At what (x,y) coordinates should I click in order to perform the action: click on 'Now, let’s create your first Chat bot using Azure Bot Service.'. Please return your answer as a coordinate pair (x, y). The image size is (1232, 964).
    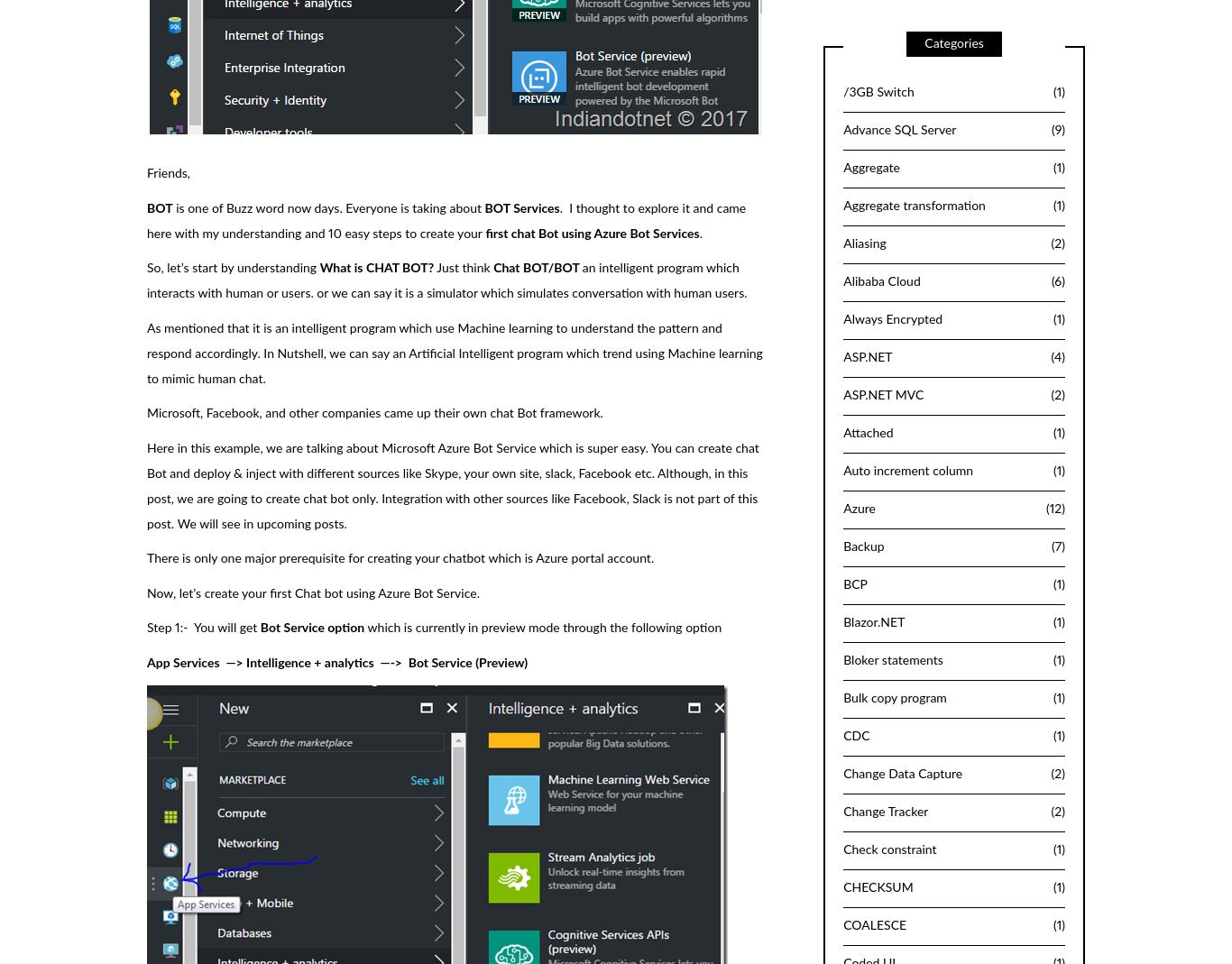
    Looking at the image, I should click on (145, 592).